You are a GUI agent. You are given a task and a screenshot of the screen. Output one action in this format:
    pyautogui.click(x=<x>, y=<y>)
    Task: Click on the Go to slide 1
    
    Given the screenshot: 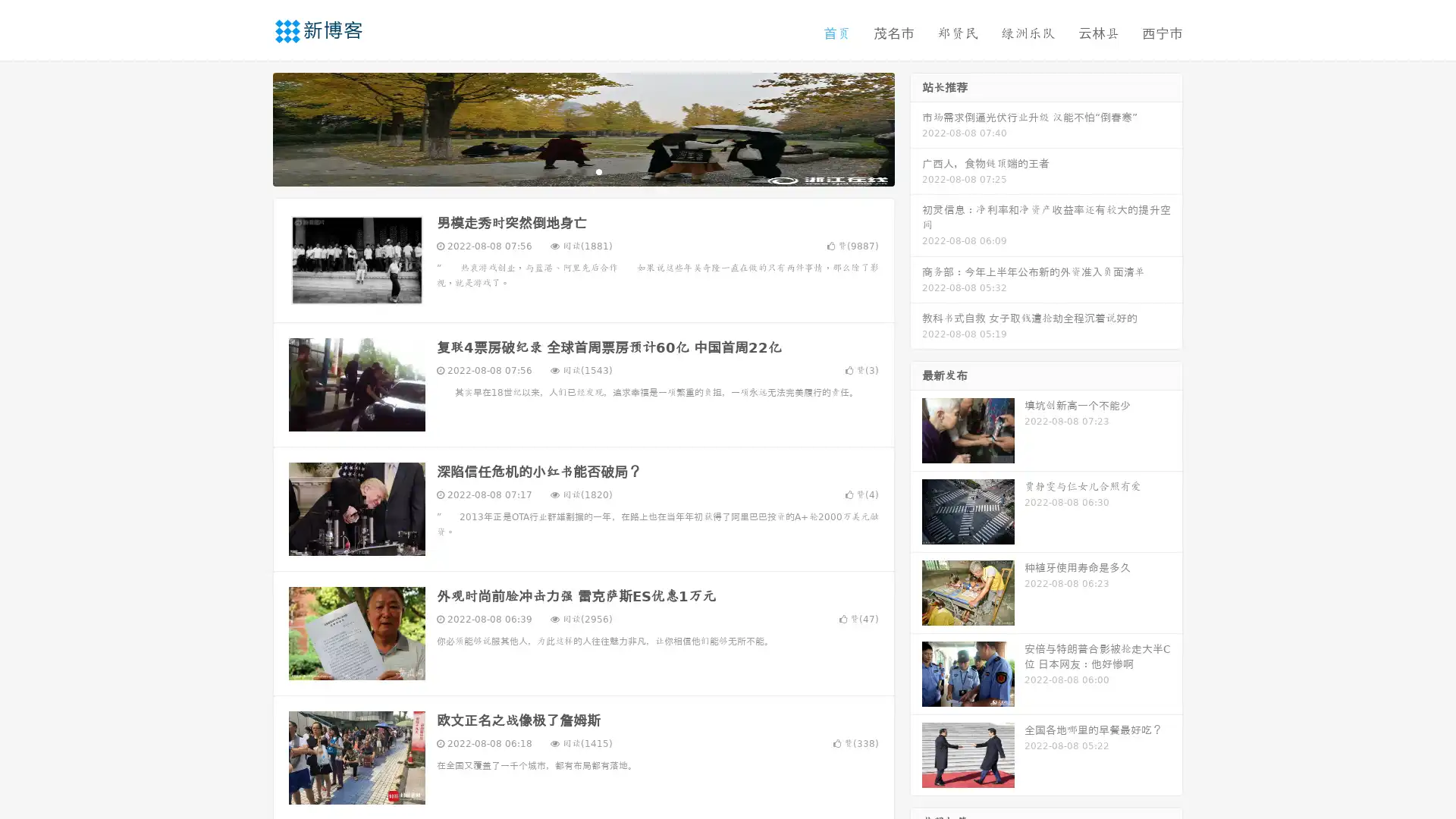 What is the action you would take?
    pyautogui.click(x=567, y=171)
    